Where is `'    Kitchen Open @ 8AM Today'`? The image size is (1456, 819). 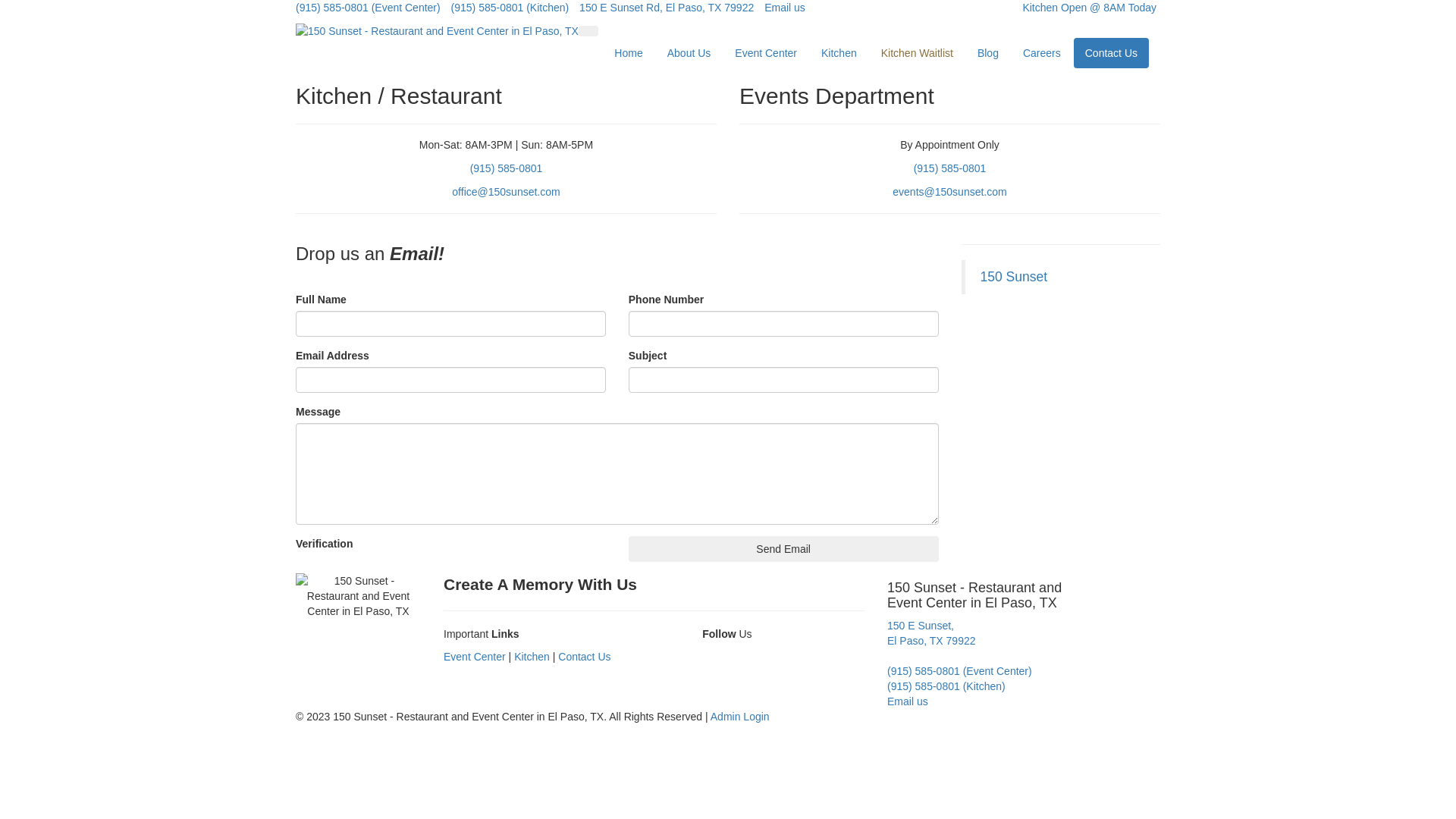 '    Kitchen Open @ 8AM Today' is located at coordinates (1083, 8).